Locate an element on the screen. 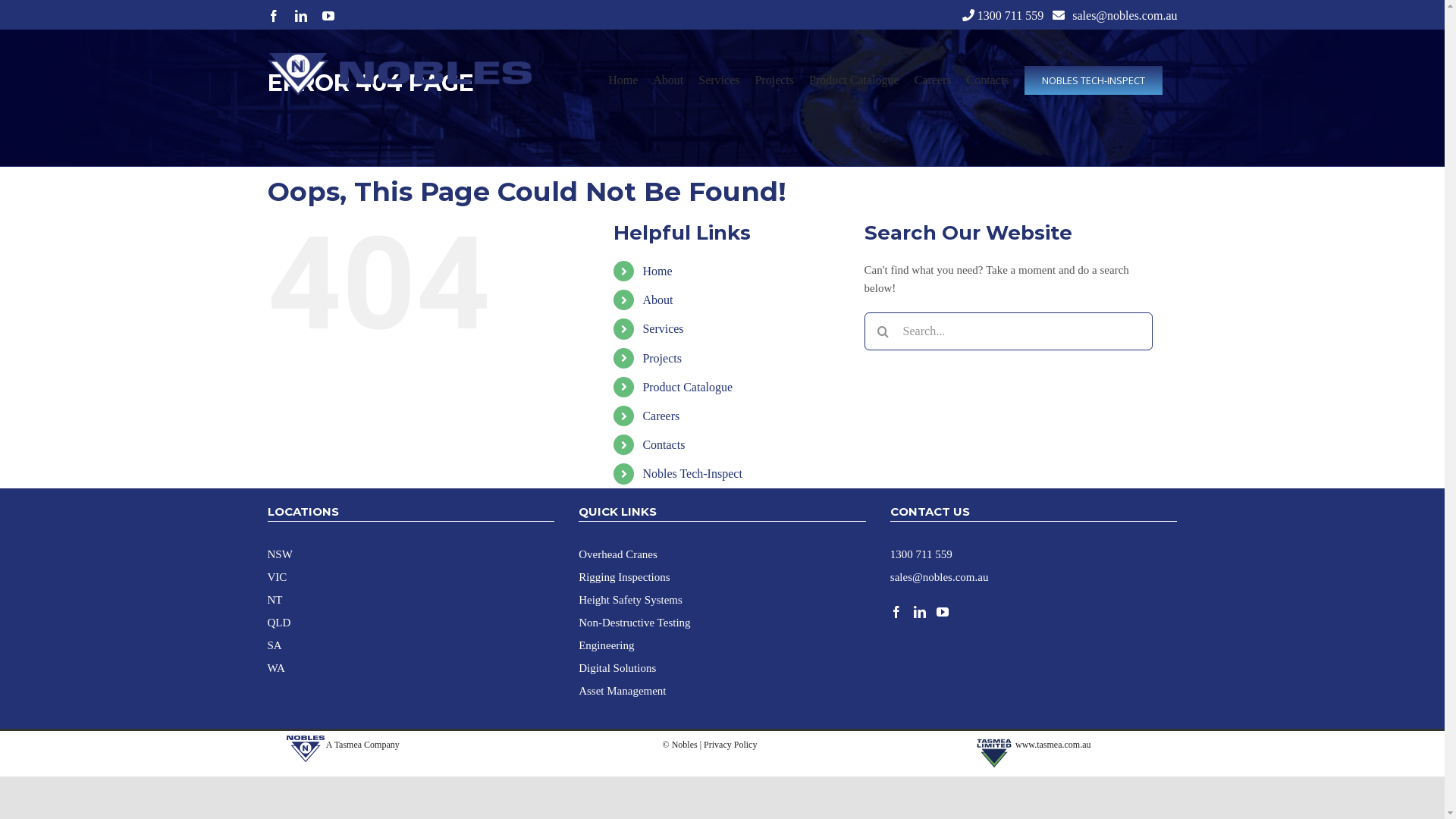 This screenshot has height=819, width=1456. 'Contacts' is located at coordinates (663, 444).